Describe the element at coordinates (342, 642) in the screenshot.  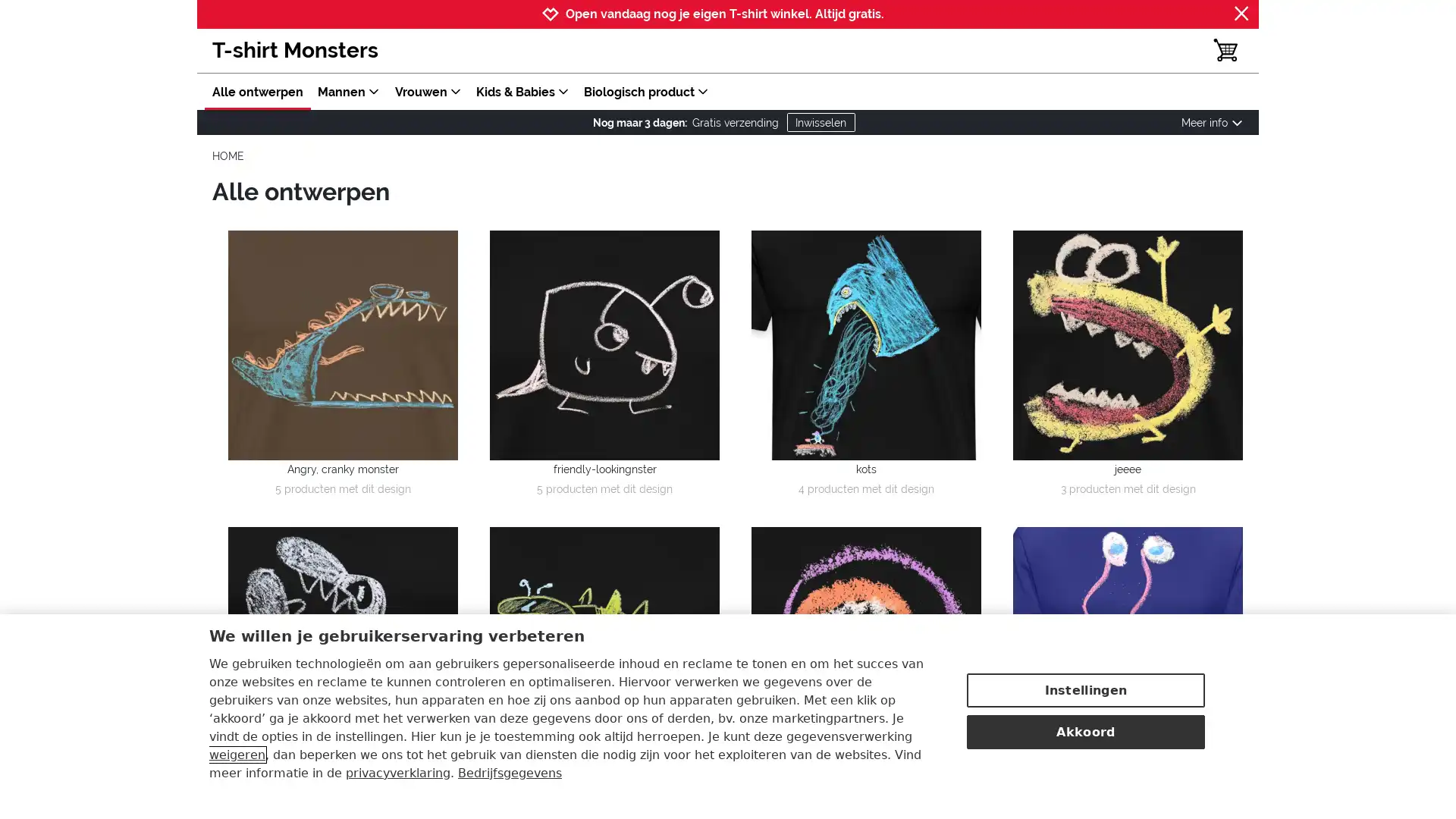
I see `Livid little dragon - Mannen Premium T-shirt` at that location.